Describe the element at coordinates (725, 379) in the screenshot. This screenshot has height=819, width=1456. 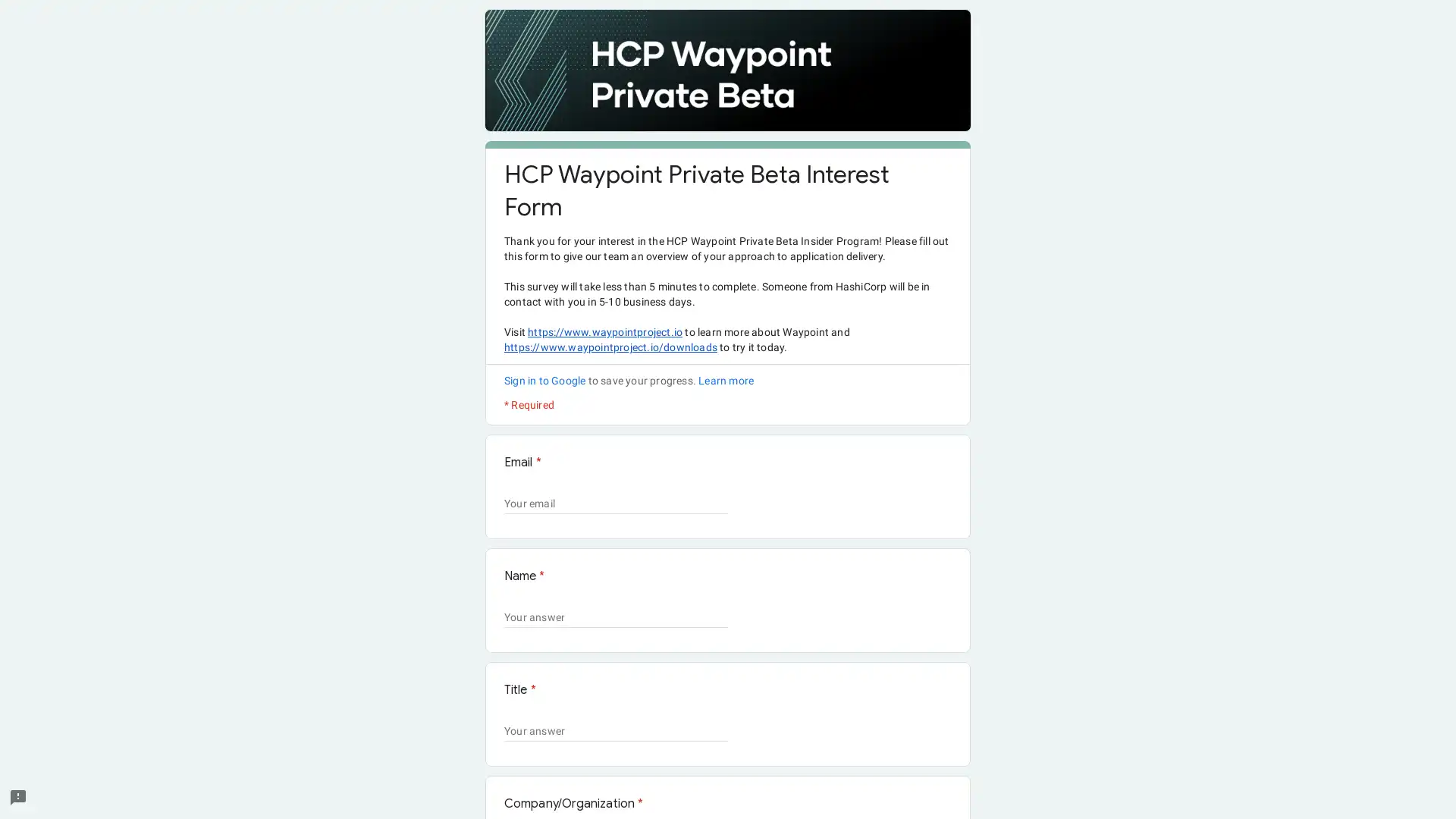
I see `Learn more` at that location.